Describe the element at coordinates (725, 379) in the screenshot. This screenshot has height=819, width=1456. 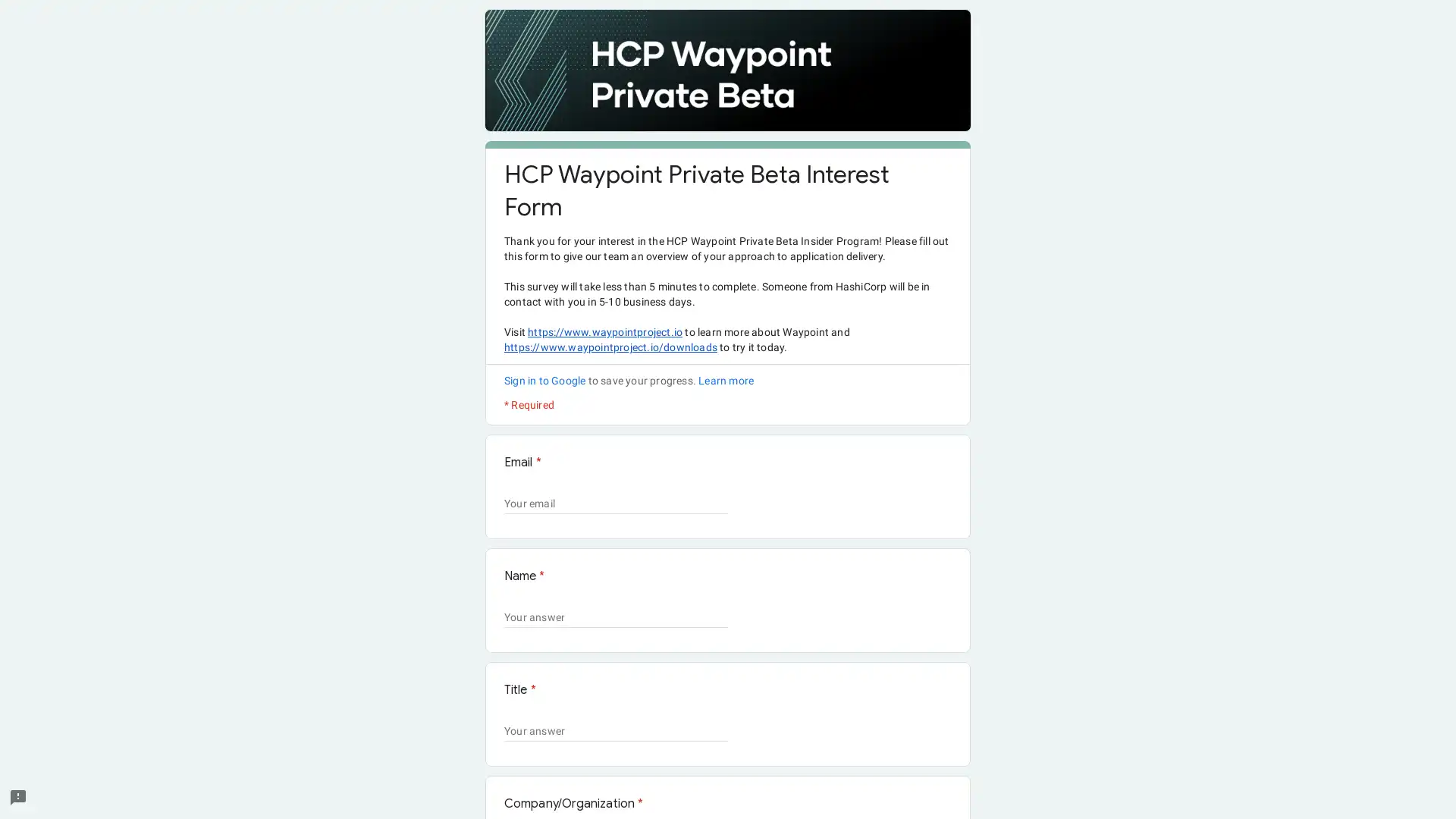
I see `Learn more` at that location.